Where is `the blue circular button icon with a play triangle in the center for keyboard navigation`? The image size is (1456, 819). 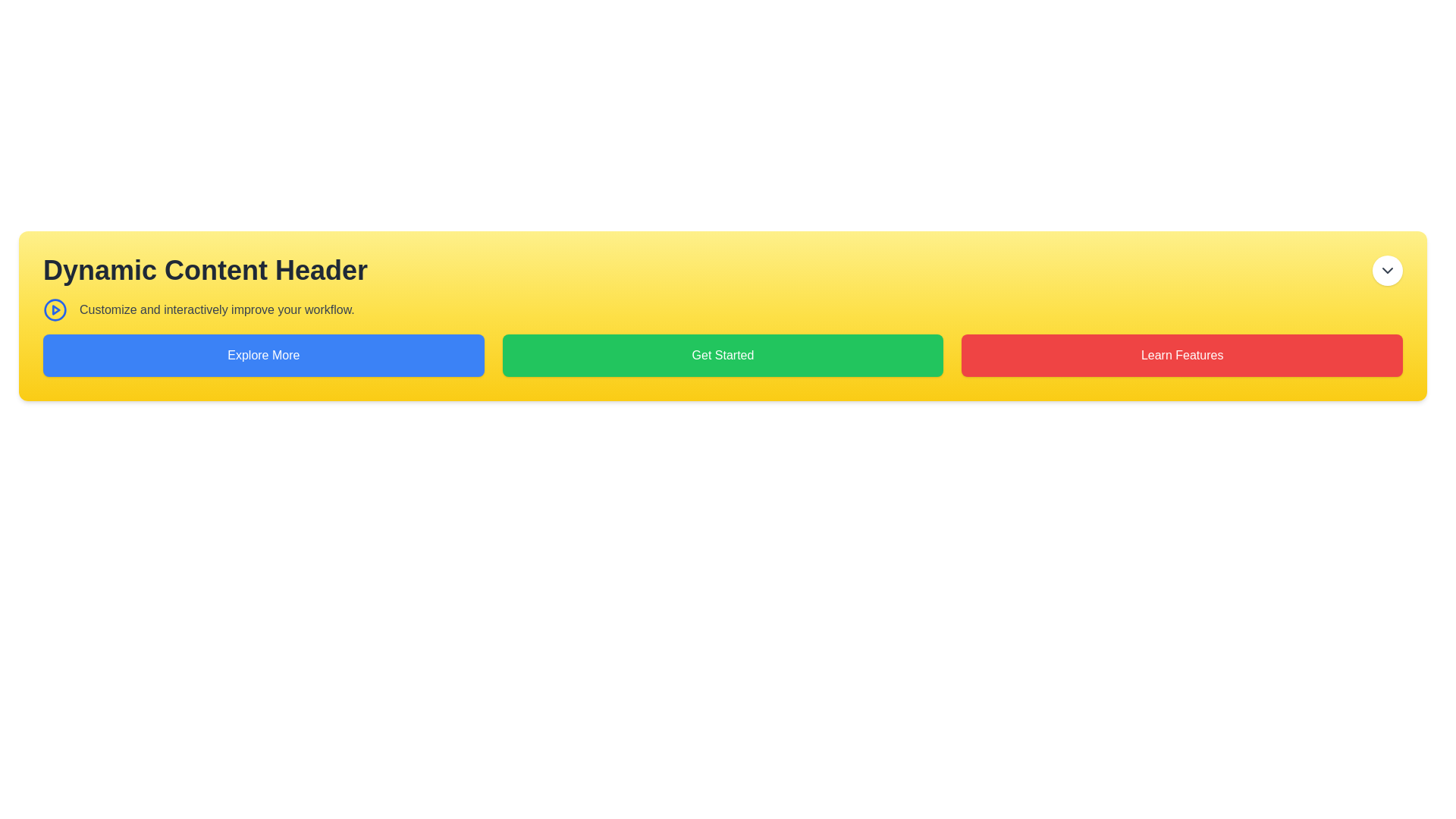 the blue circular button icon with a play triangle in the center for keyboard navigation is located at coordinates (55, 309).